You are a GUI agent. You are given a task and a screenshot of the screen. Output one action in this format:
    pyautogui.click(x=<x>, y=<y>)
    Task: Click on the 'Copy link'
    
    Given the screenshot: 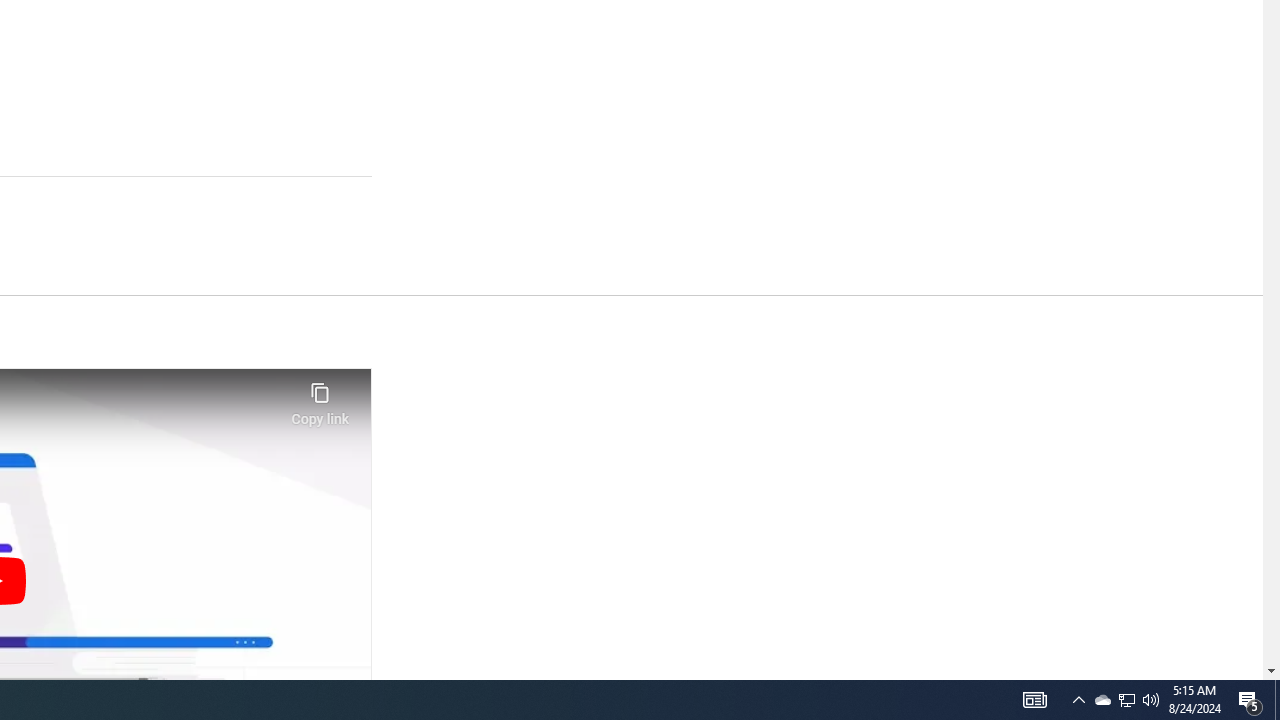 What is the action you would take?
    pyautogui.click(x=320, y=398)
    